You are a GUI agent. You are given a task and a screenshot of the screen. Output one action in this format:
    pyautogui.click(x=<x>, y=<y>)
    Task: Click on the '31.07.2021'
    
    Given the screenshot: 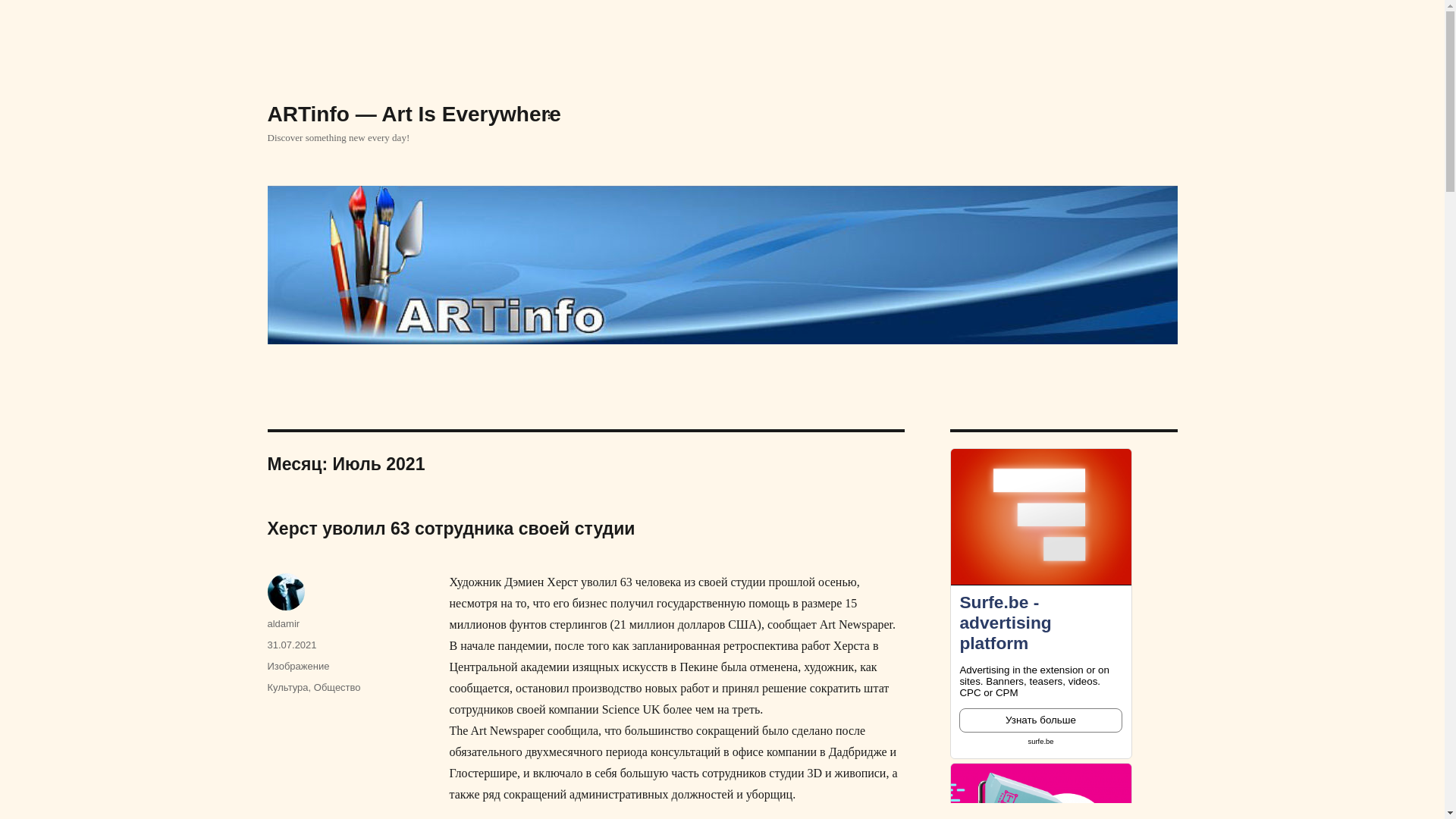 What is the action you would take?
    pyautogui.click(x=291, y=645)
    